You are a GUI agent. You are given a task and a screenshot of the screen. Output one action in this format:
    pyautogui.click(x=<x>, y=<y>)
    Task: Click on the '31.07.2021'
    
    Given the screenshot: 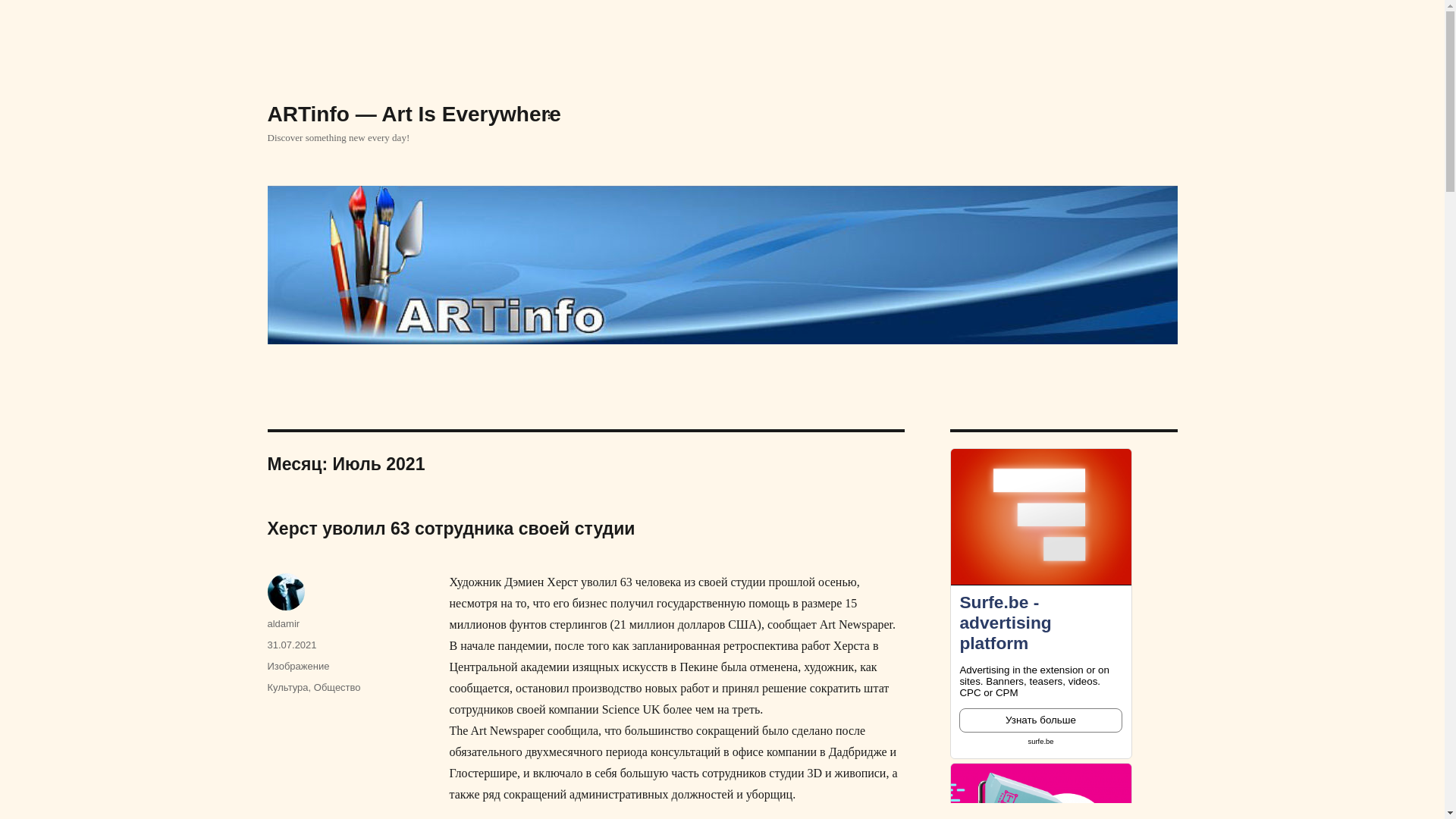 What is the action you would take?
    pyautogui.click(x=291, y=645)
    